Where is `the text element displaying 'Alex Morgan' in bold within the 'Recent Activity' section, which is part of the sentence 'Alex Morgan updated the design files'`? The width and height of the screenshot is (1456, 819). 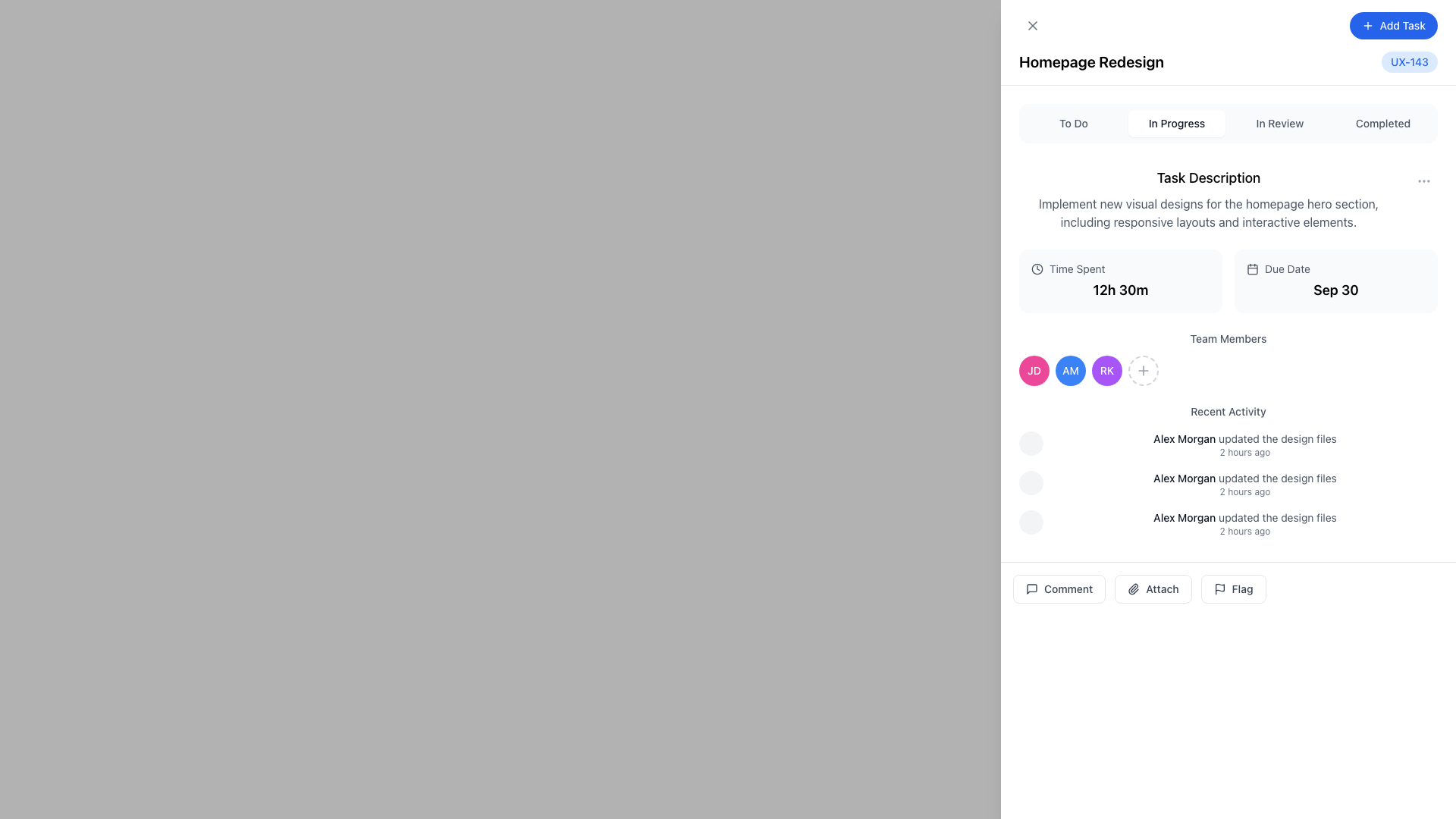 the text element displaying 'Alex Morgan' in bold within the 'Recent Activity' section, which is part of the sentence 'Alex Morgan updated the design files' is located at coordinates (1184, 478).